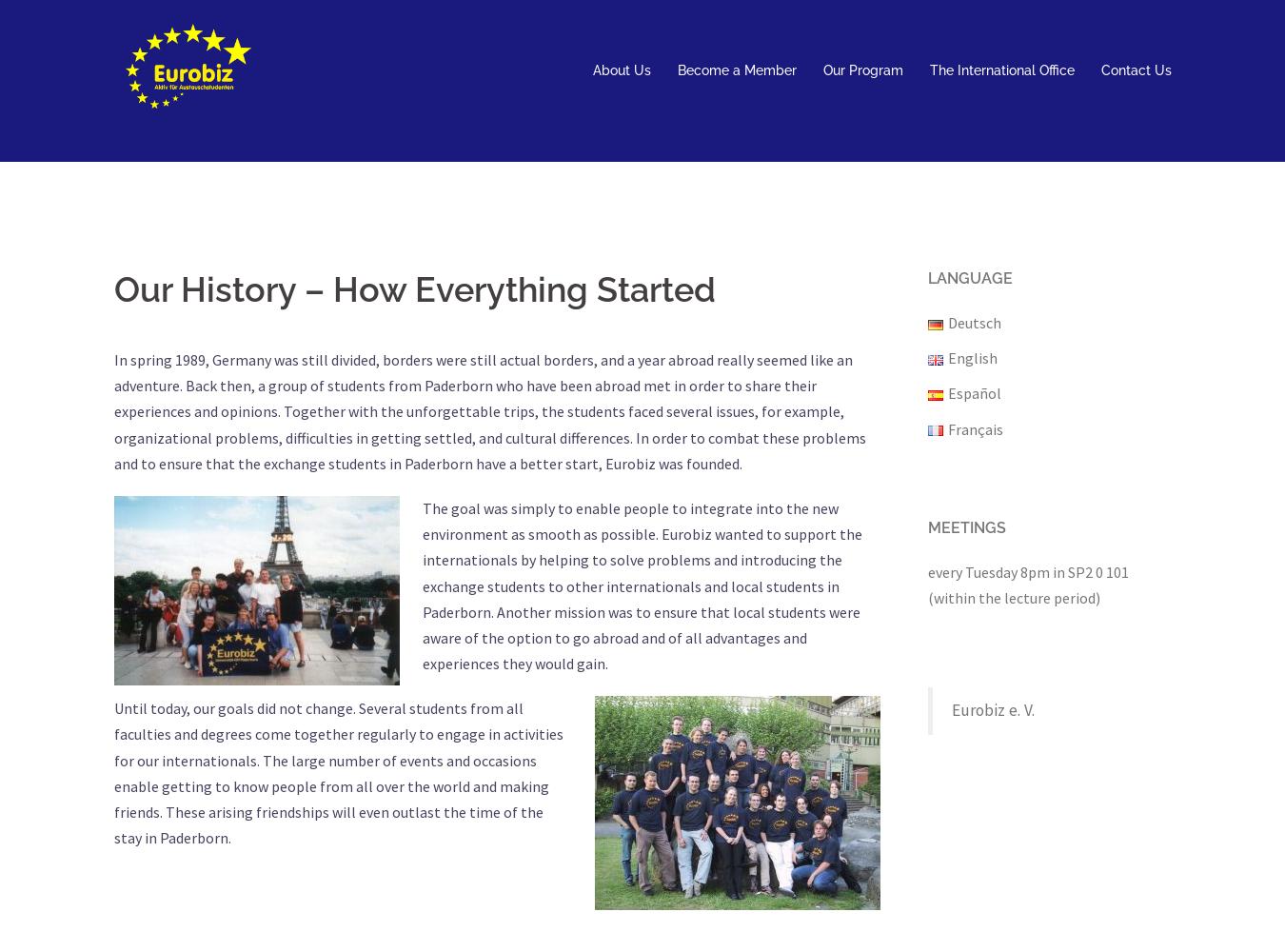 The width and height of the screenshot is (1285, 952). What do you see at coordinates (489, 411) in the screenshot?
I see `'In spring 1989, Germany was still divided, borders were still actual borders, and a year abroad really seemed like an adventure. Back then, a group of students from Paderborn who have been abroad met in order to share their experiences and opinions. Together with the unforgettable trips, the students faced several issues, for example, organizational problems, difficulties in getting settled, and cultural differences. In order to combat these problems and to ensure that the exchange students in Paderborn have a better start, Eurobiz was founded.'` at bounding box center [489, 411].